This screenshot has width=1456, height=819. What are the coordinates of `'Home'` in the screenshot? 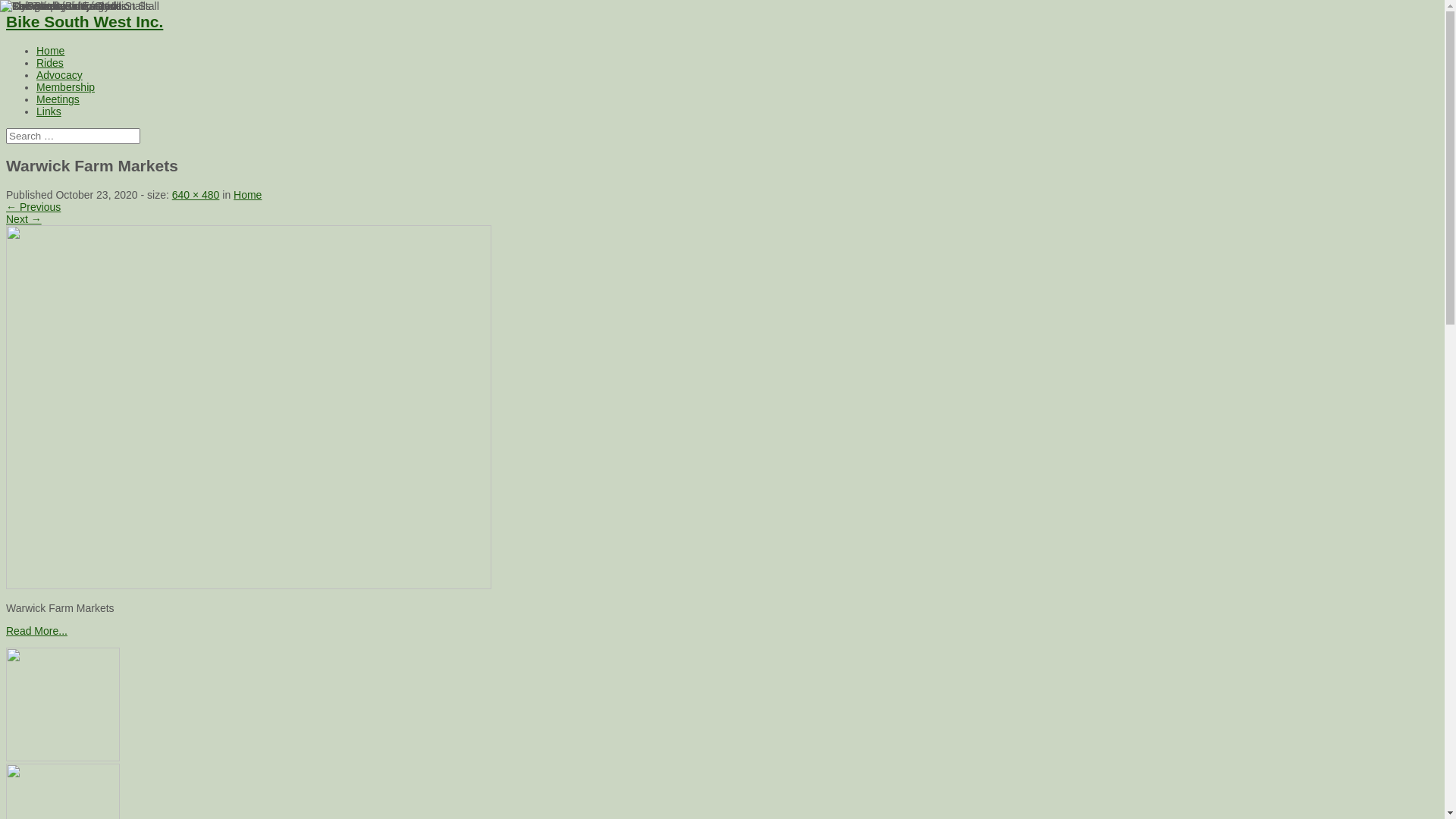 It's located at (247, 194).